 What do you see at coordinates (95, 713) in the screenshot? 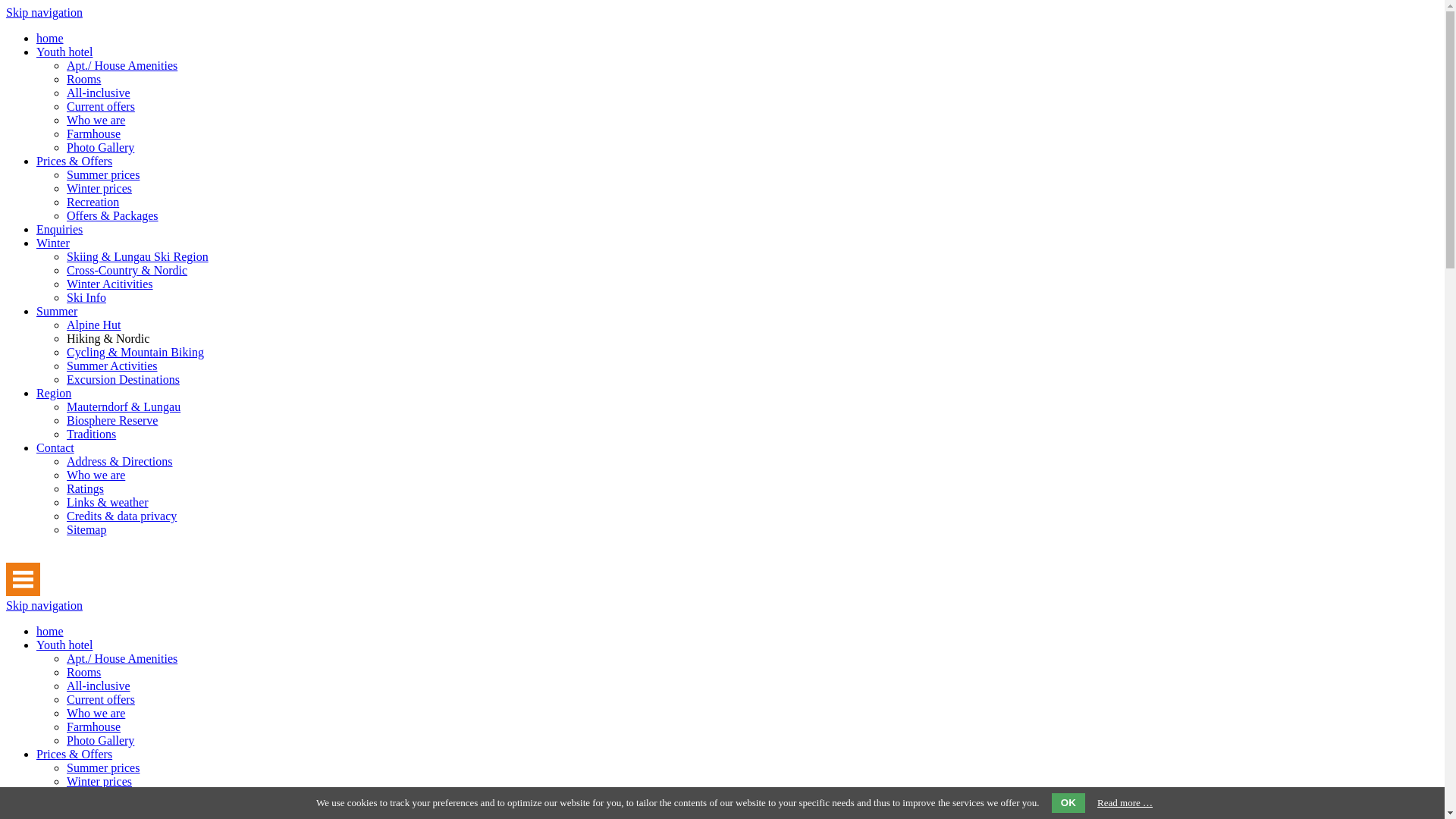
I see `'Who we are'` at bounding box center [95, 713].